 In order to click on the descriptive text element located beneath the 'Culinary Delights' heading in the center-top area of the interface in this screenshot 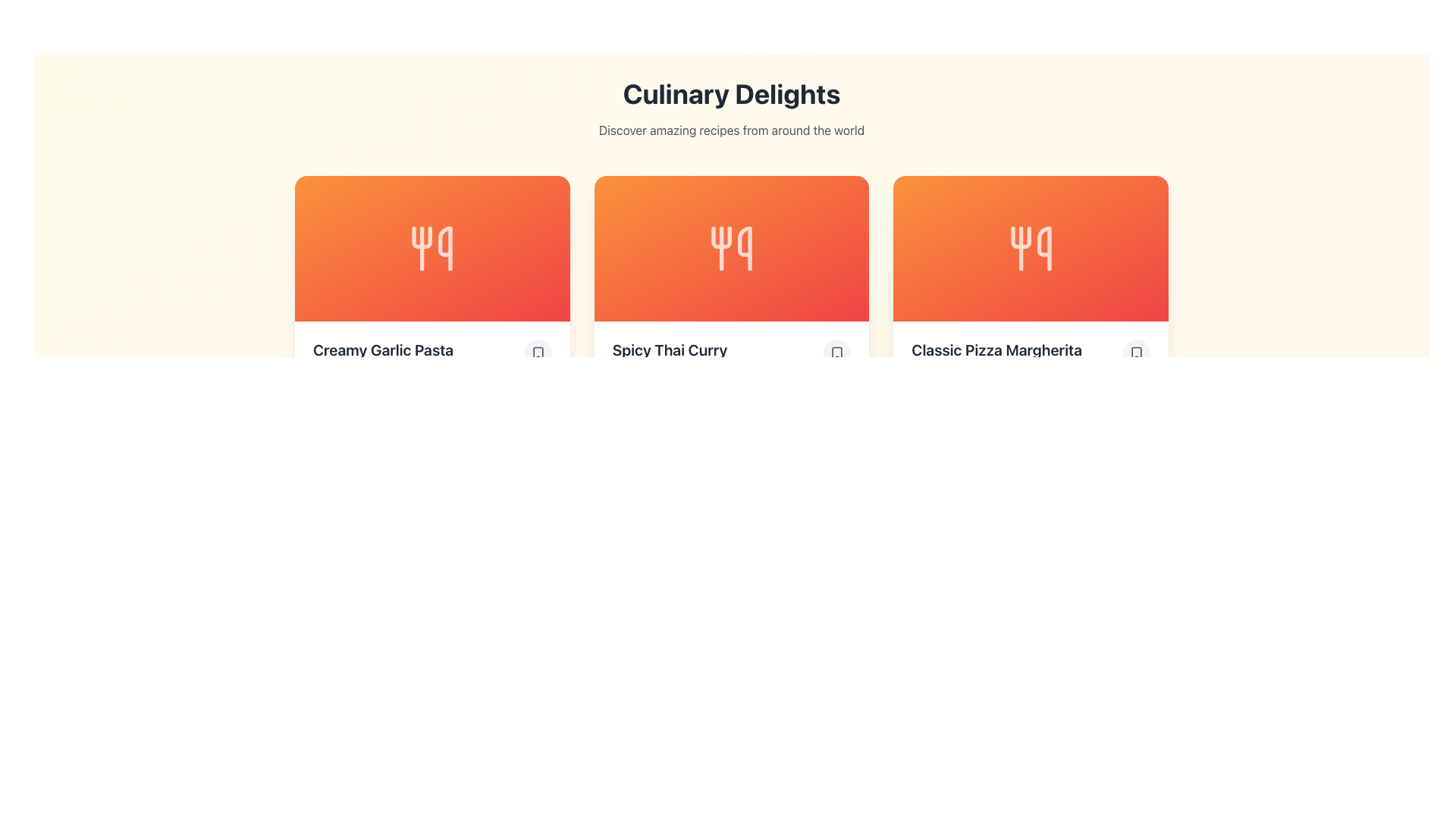, I will do `click(731, 130)`.